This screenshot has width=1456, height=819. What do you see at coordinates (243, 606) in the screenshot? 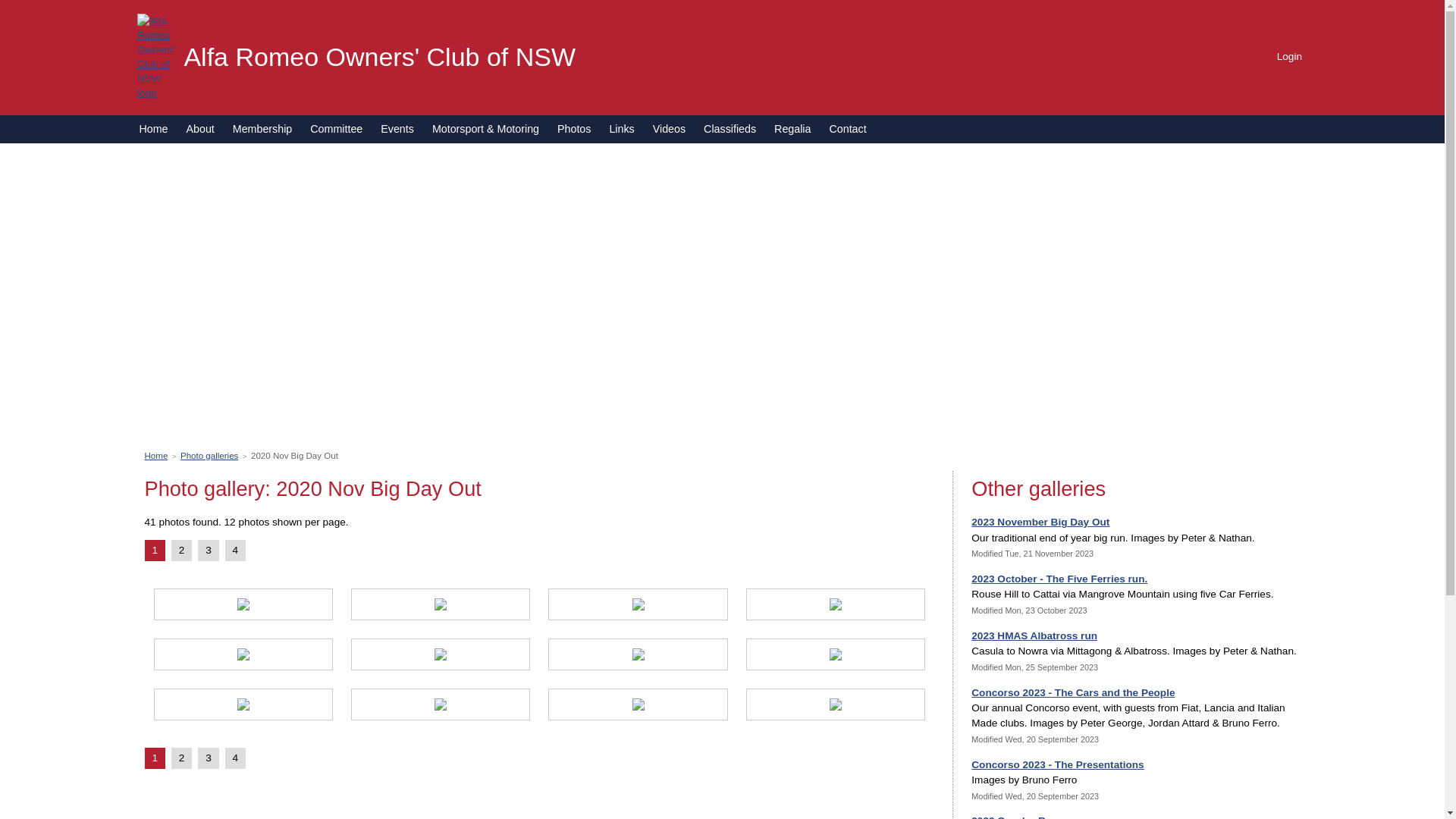
I see `'View photo 1'` at bounding box center [243, 606].